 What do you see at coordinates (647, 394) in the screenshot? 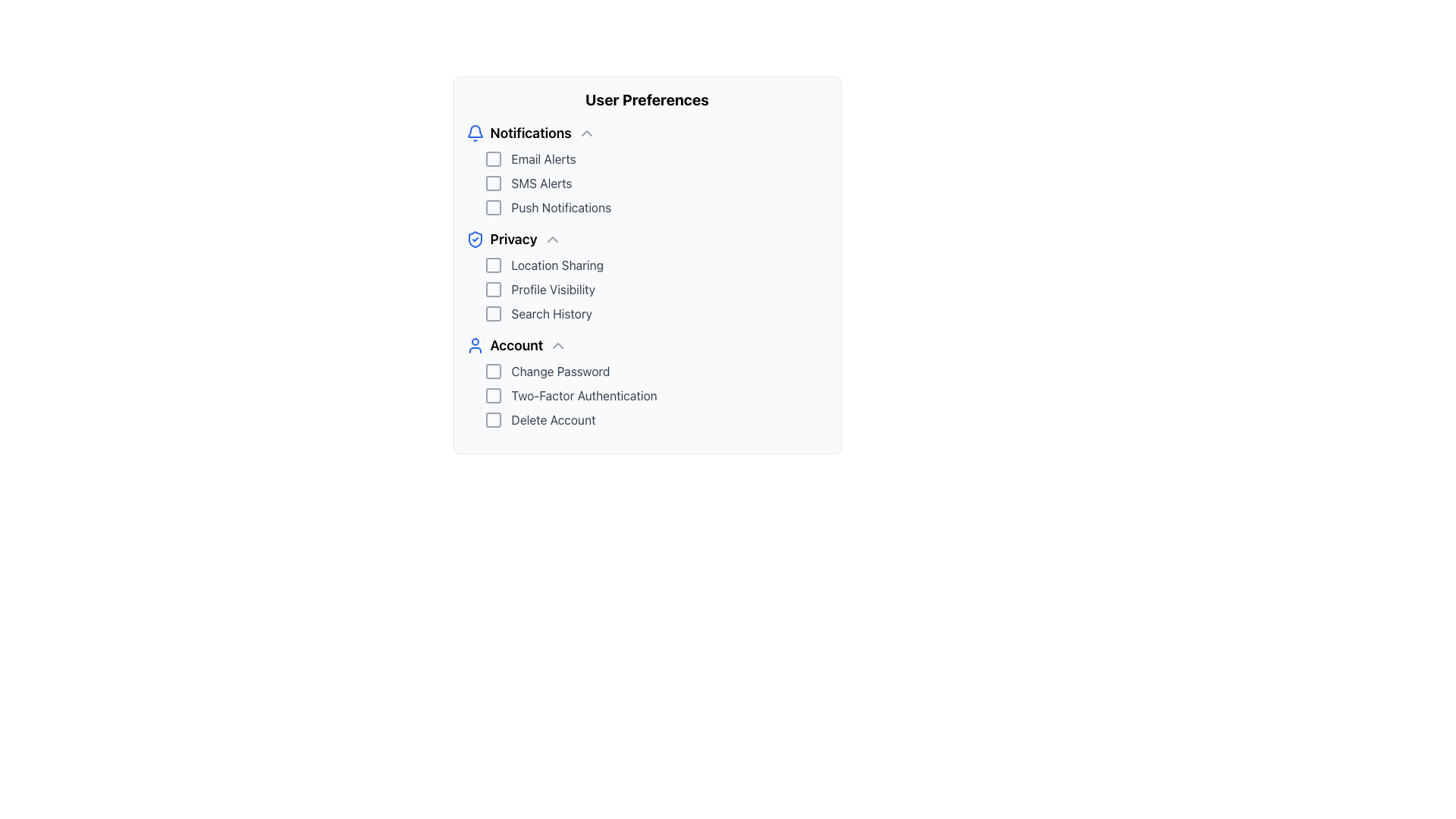
I see `contents of the vertical list located in the lower portion of the 'User Preferences' panel, underneath the 'Account' header` at bounding box center [647, 394].